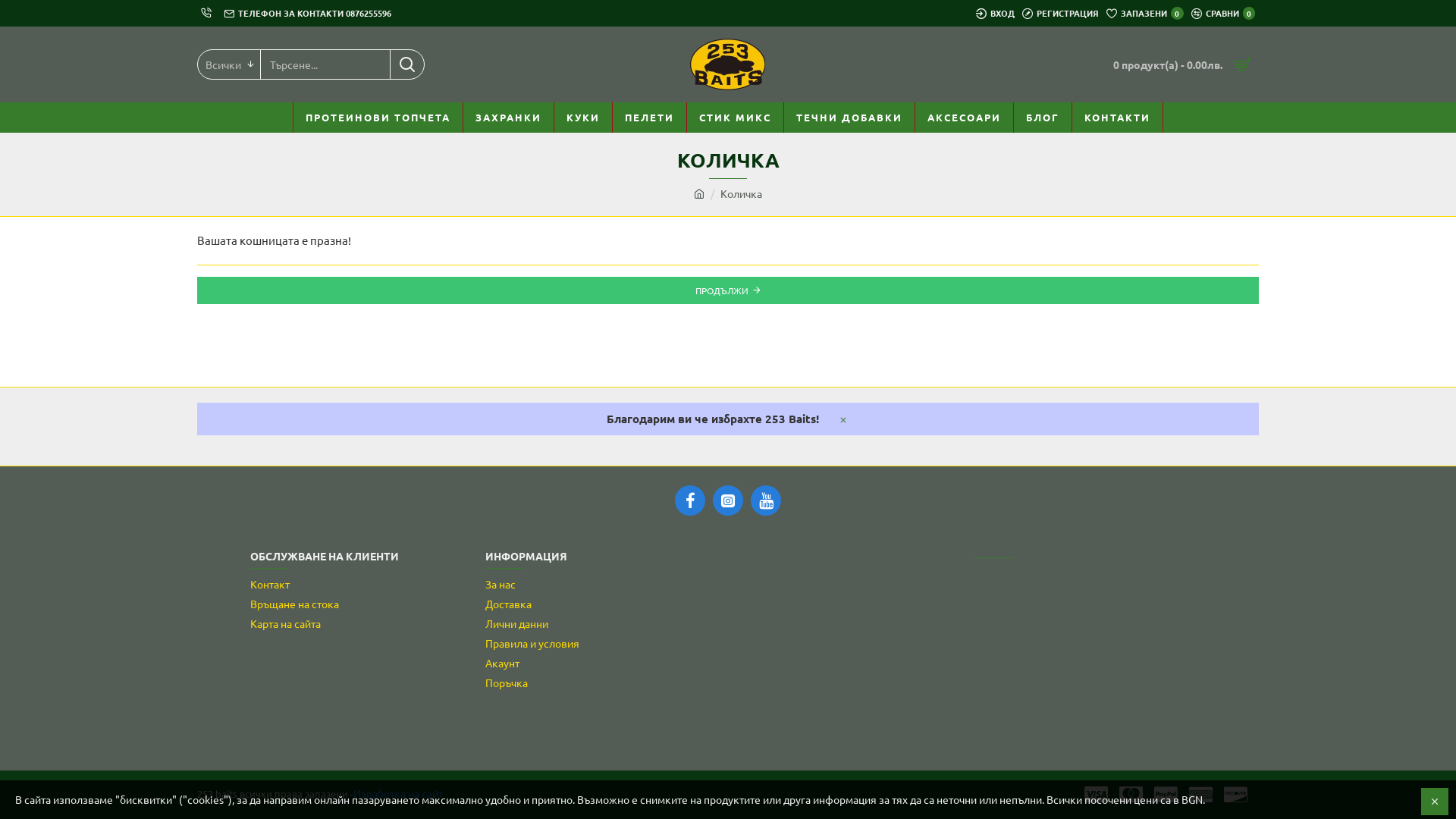  I want to click on '253 Baits', so click(689, 63).